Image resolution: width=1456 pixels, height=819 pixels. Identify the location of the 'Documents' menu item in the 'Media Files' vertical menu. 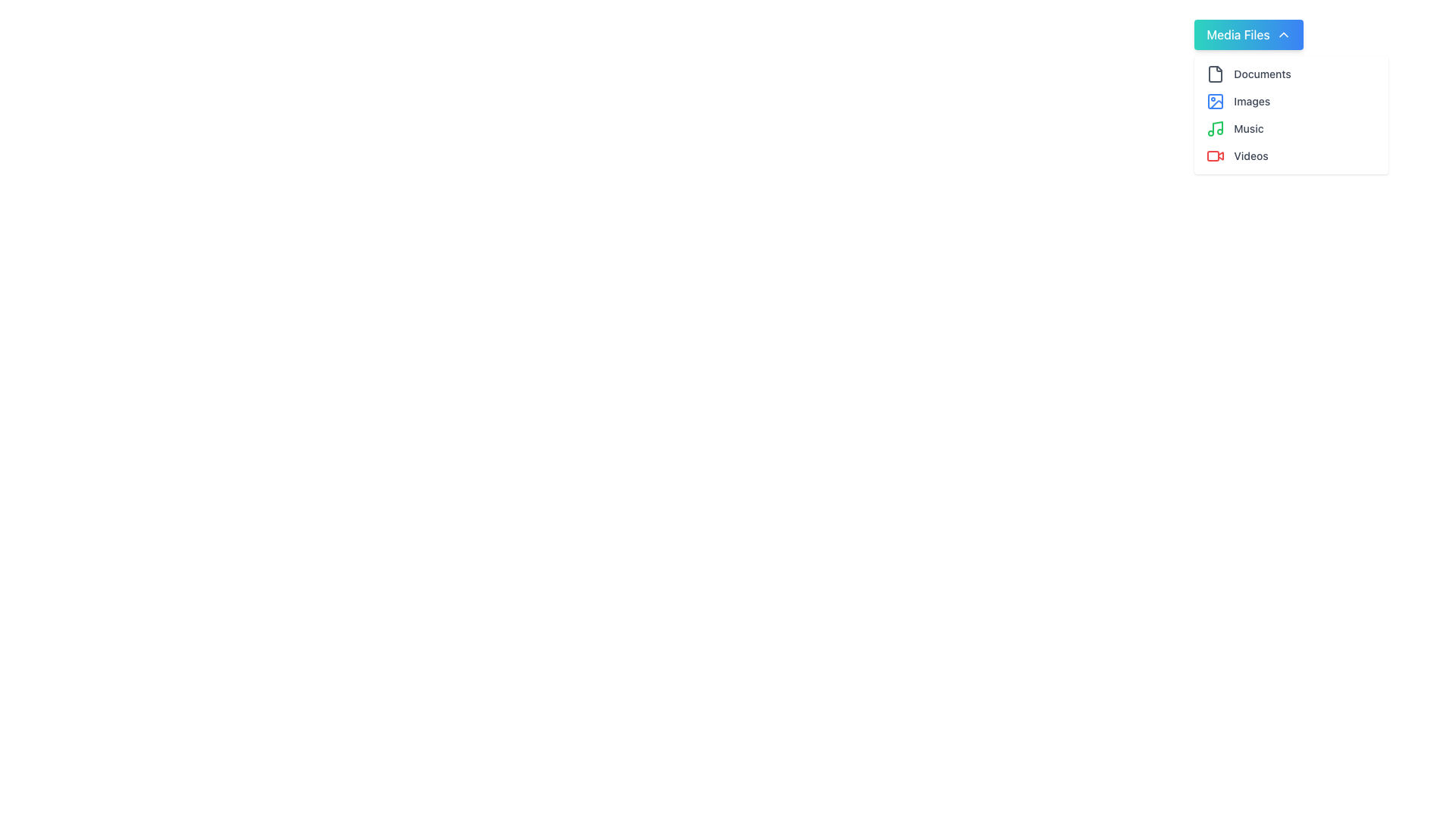
(1291, 74).